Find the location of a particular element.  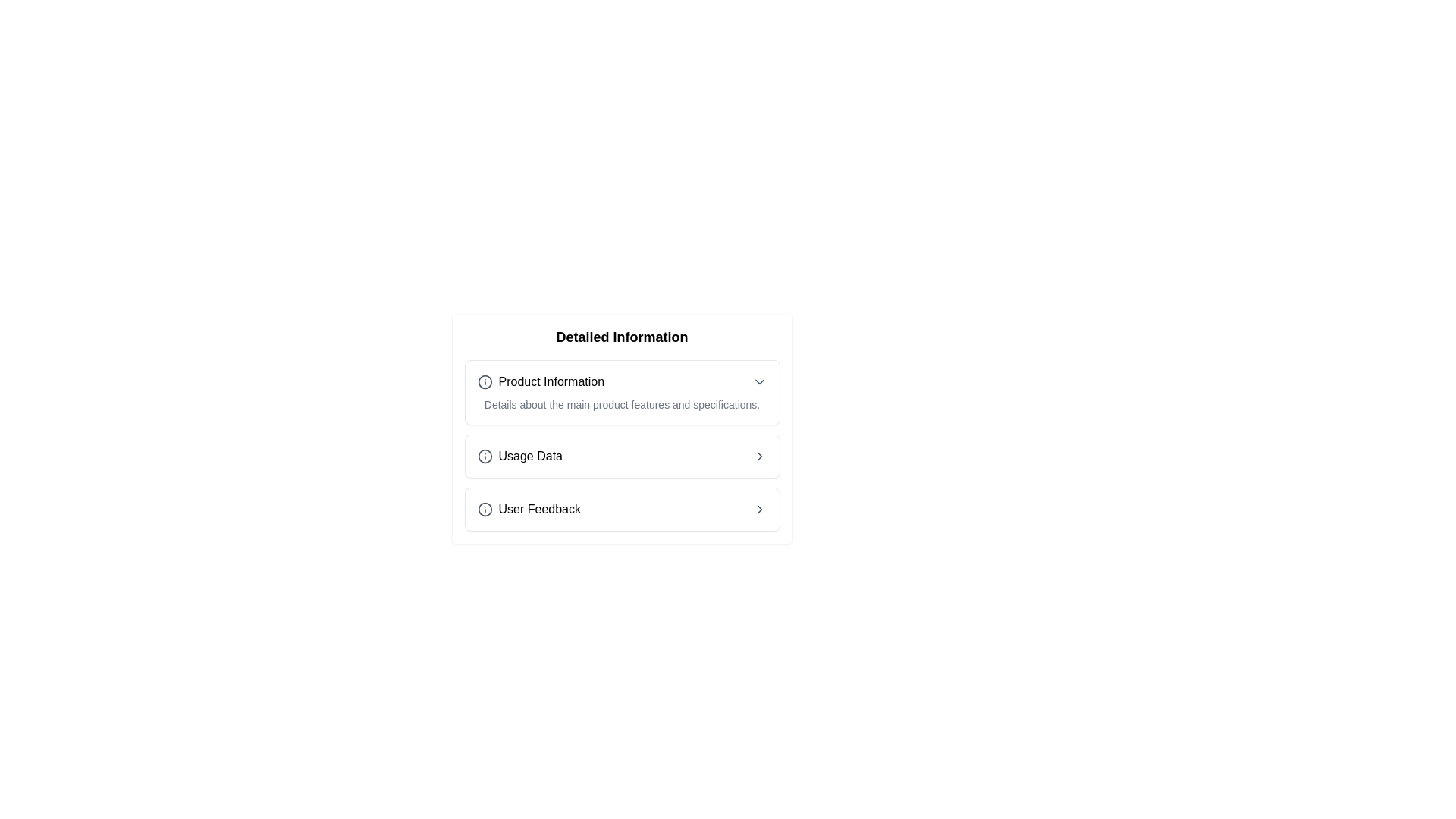

the right-pointing chevron icon next to the 'Usage Data' label by moving the cursor to its center is located at coordinates (759, 455).